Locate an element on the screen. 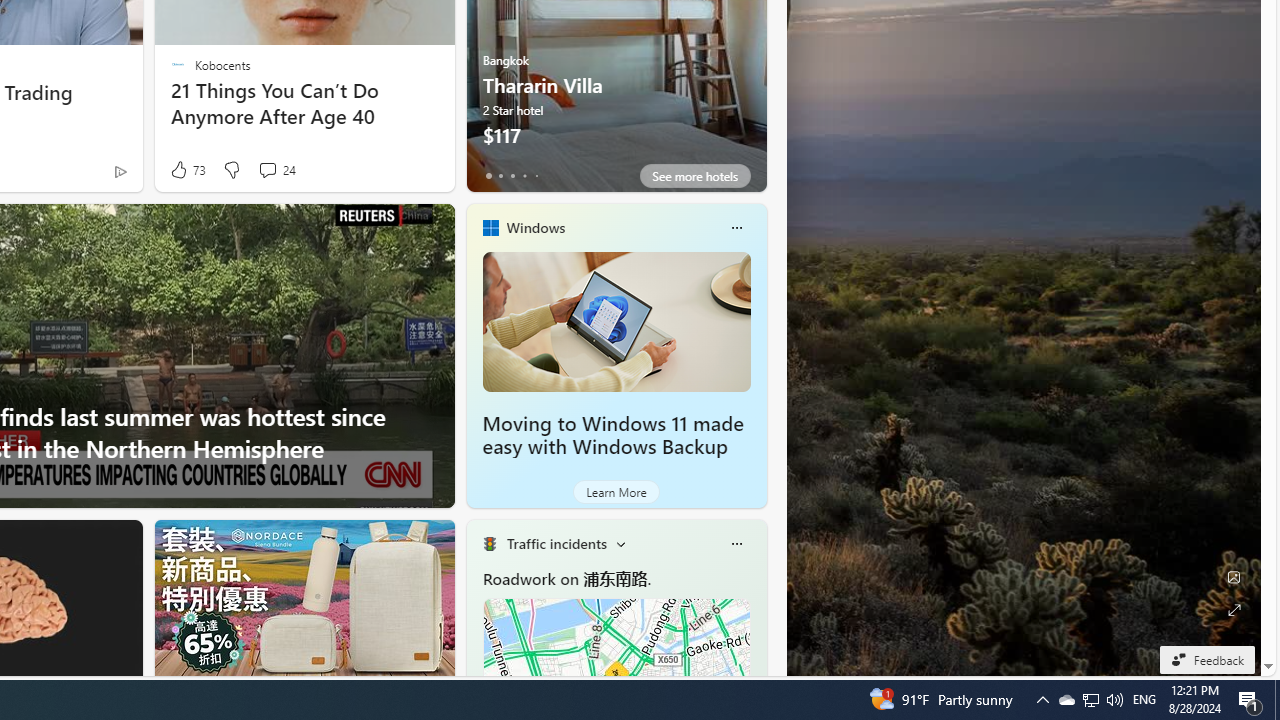 This screenshot has width=1280, height=720. '73 Like' is located at coordinates (186, 169).